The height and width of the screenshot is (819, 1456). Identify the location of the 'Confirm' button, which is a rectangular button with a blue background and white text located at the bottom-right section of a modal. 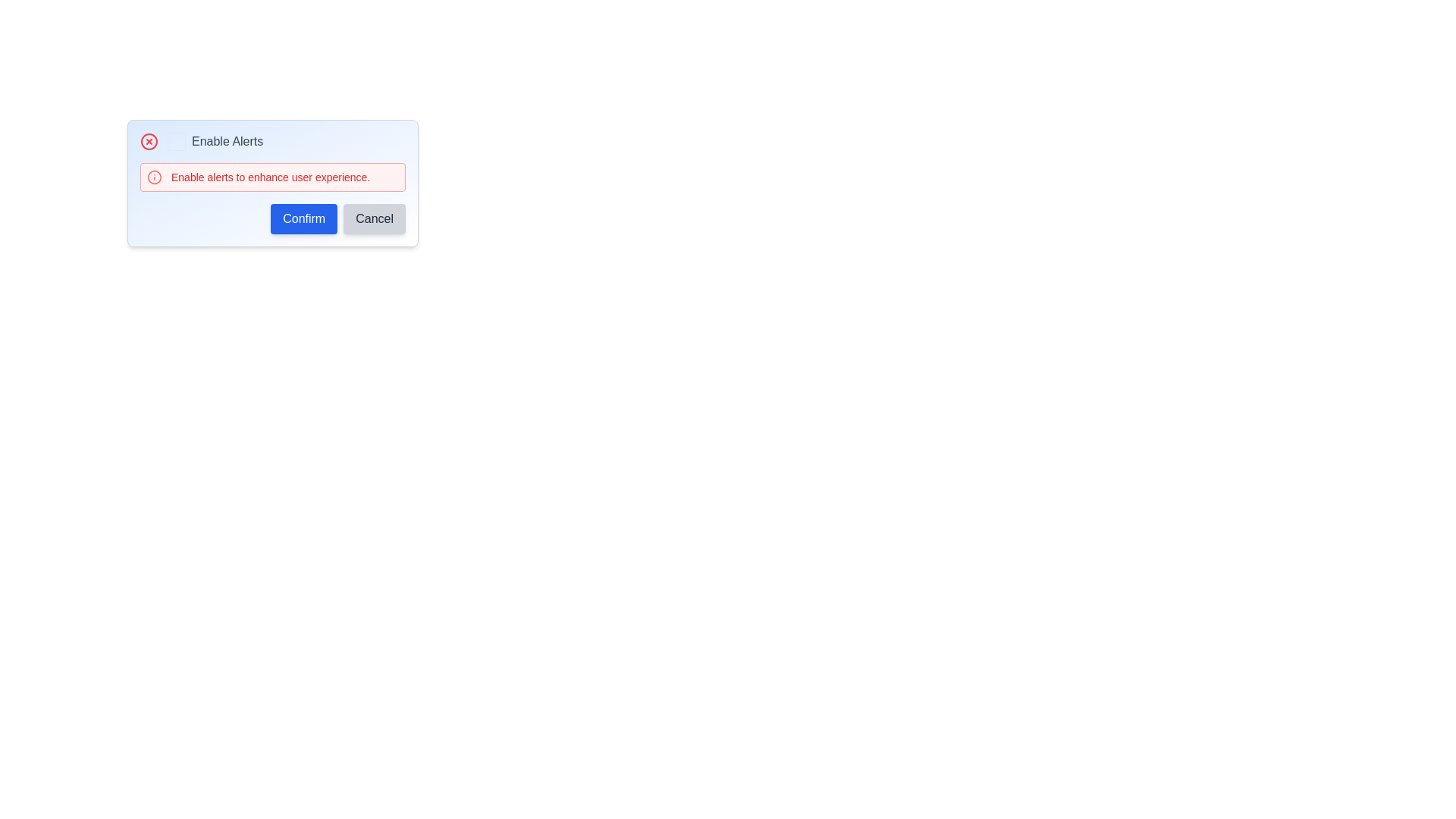
(303, 219).